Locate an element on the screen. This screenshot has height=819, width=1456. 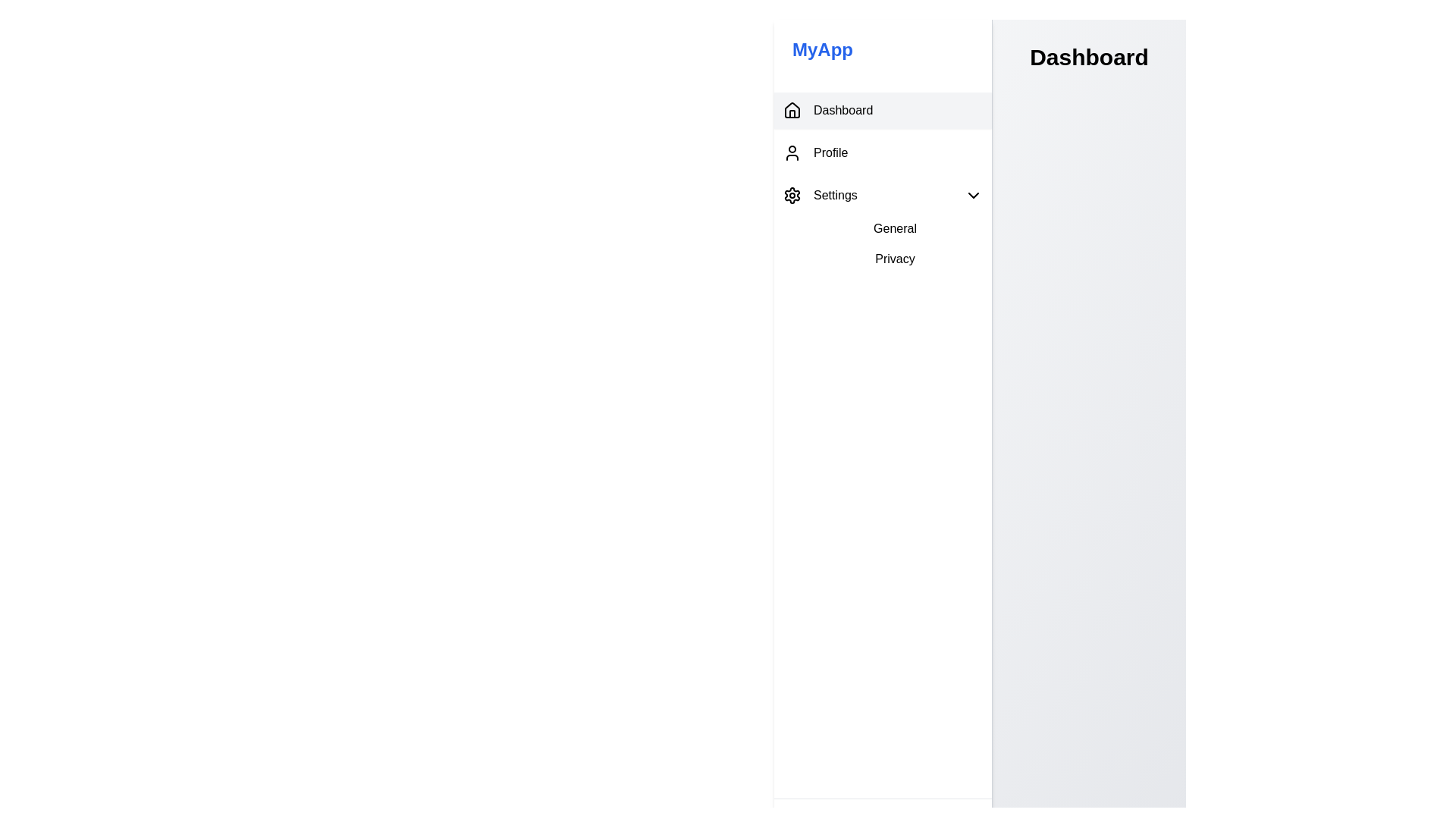
the 'General' settings label within the 'Settings' dropdown menu located in the left navigation panel is located at coordinates (883, 225).